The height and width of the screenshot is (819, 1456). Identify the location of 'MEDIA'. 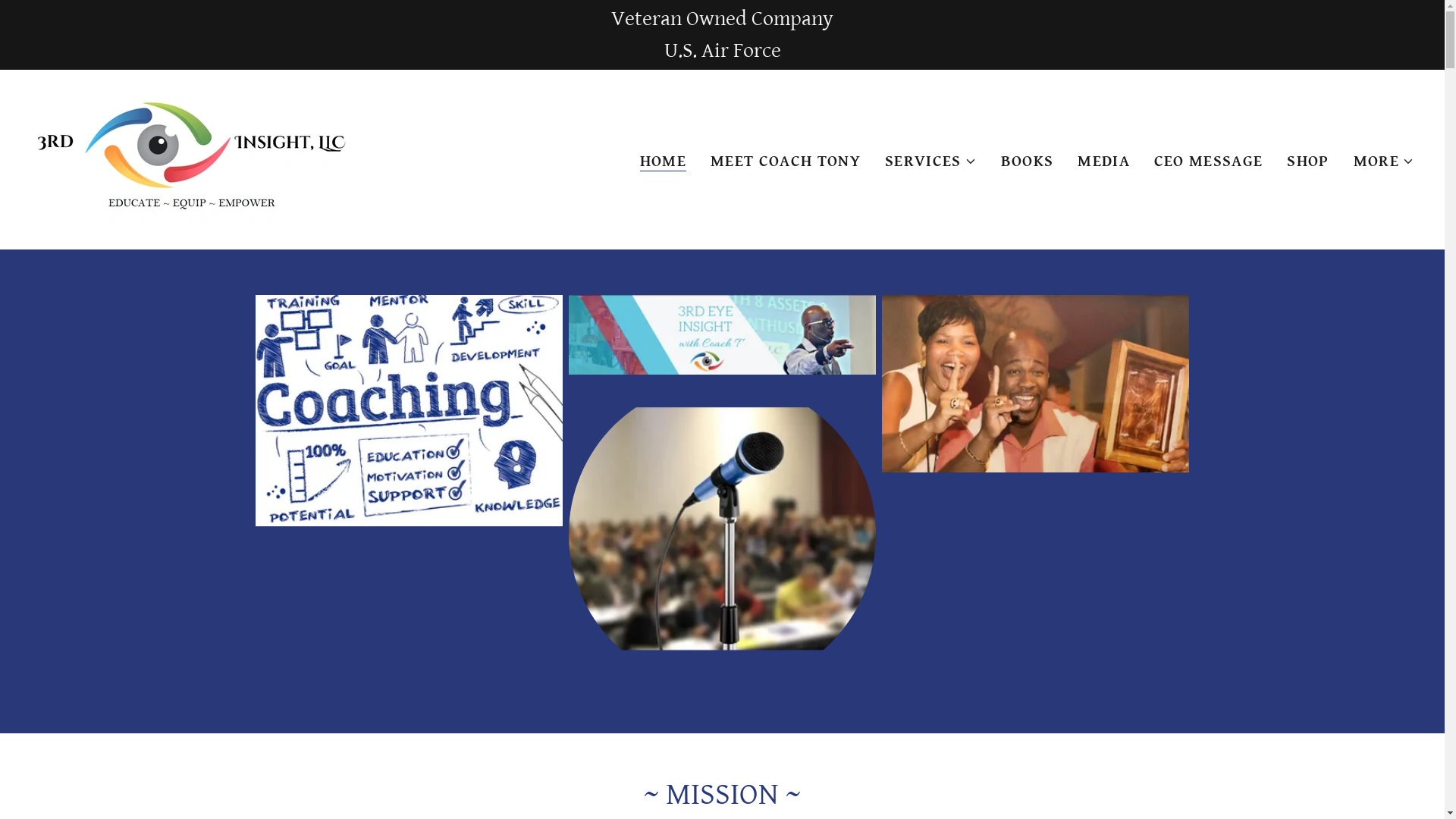
(1103, 161).